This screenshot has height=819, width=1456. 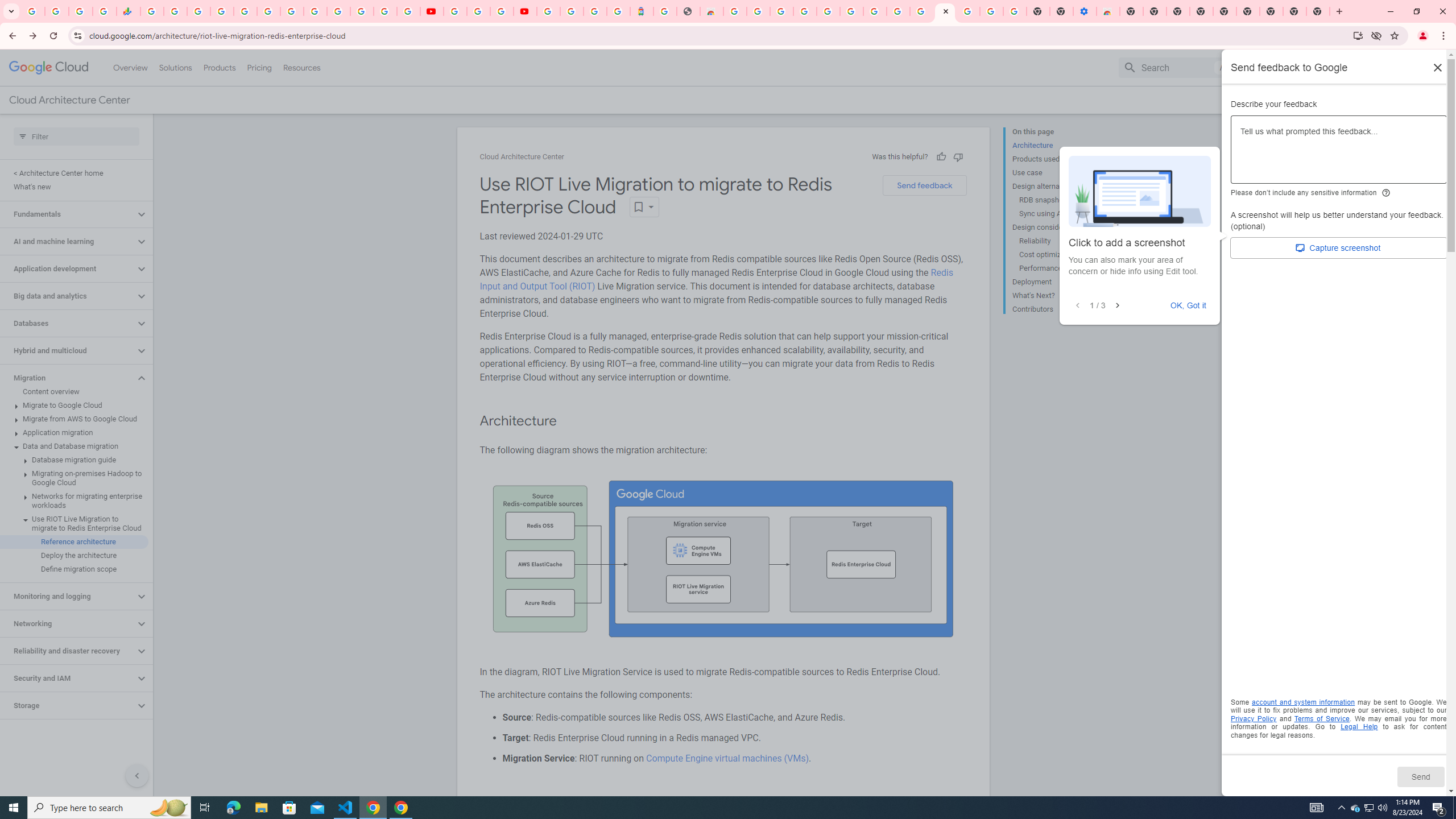 What do you see at coordinates (804, 11) in the screenshot?
I see `'Ad Settings'` at bounding box center [804, 11].